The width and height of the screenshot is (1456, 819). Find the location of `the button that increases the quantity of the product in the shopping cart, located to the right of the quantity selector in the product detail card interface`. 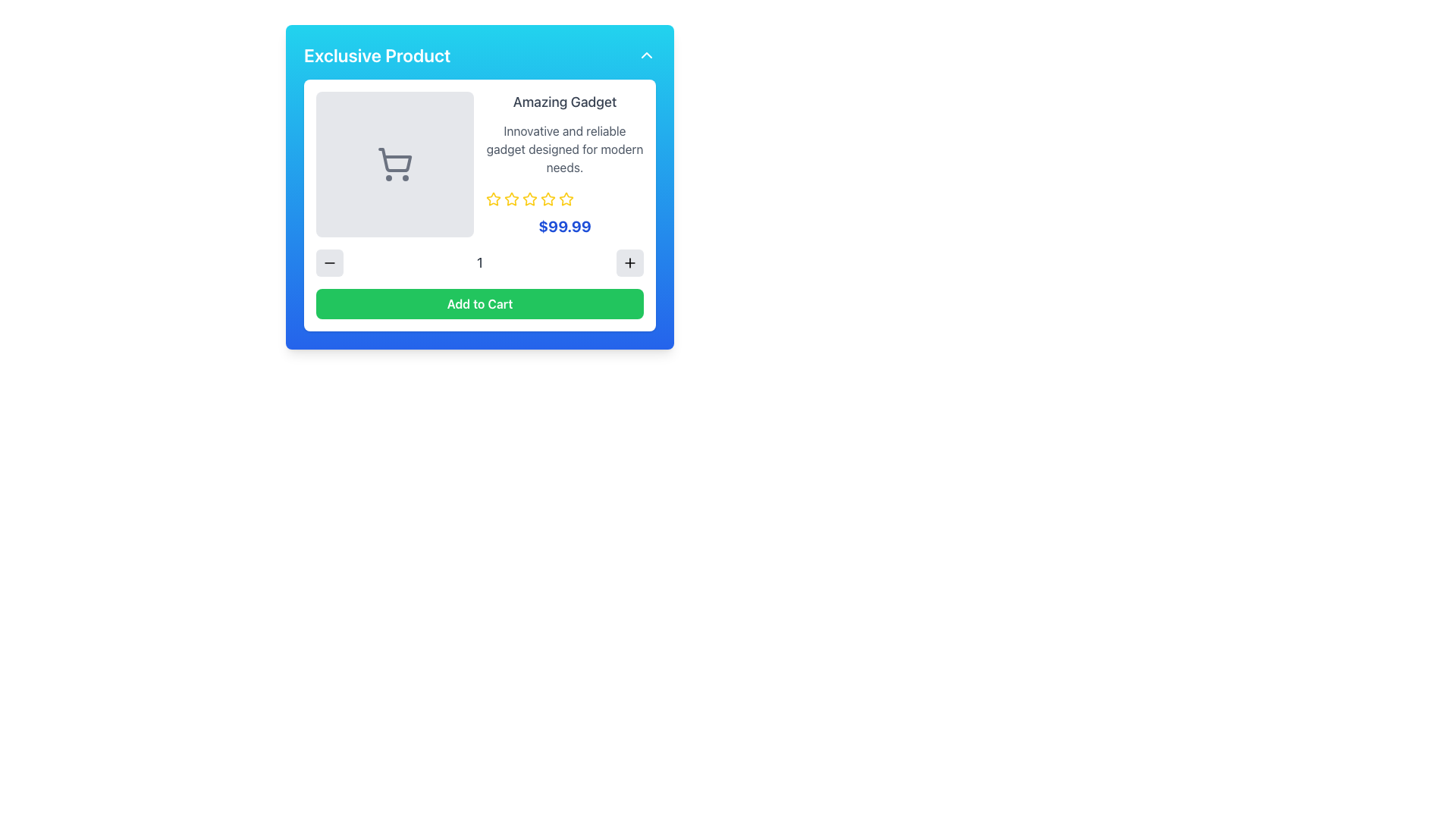

the button that increases the quantity of the product in the shopping cart, located to the right of the quantity selector in the product detail card interface is located at coordinates (629, 262).